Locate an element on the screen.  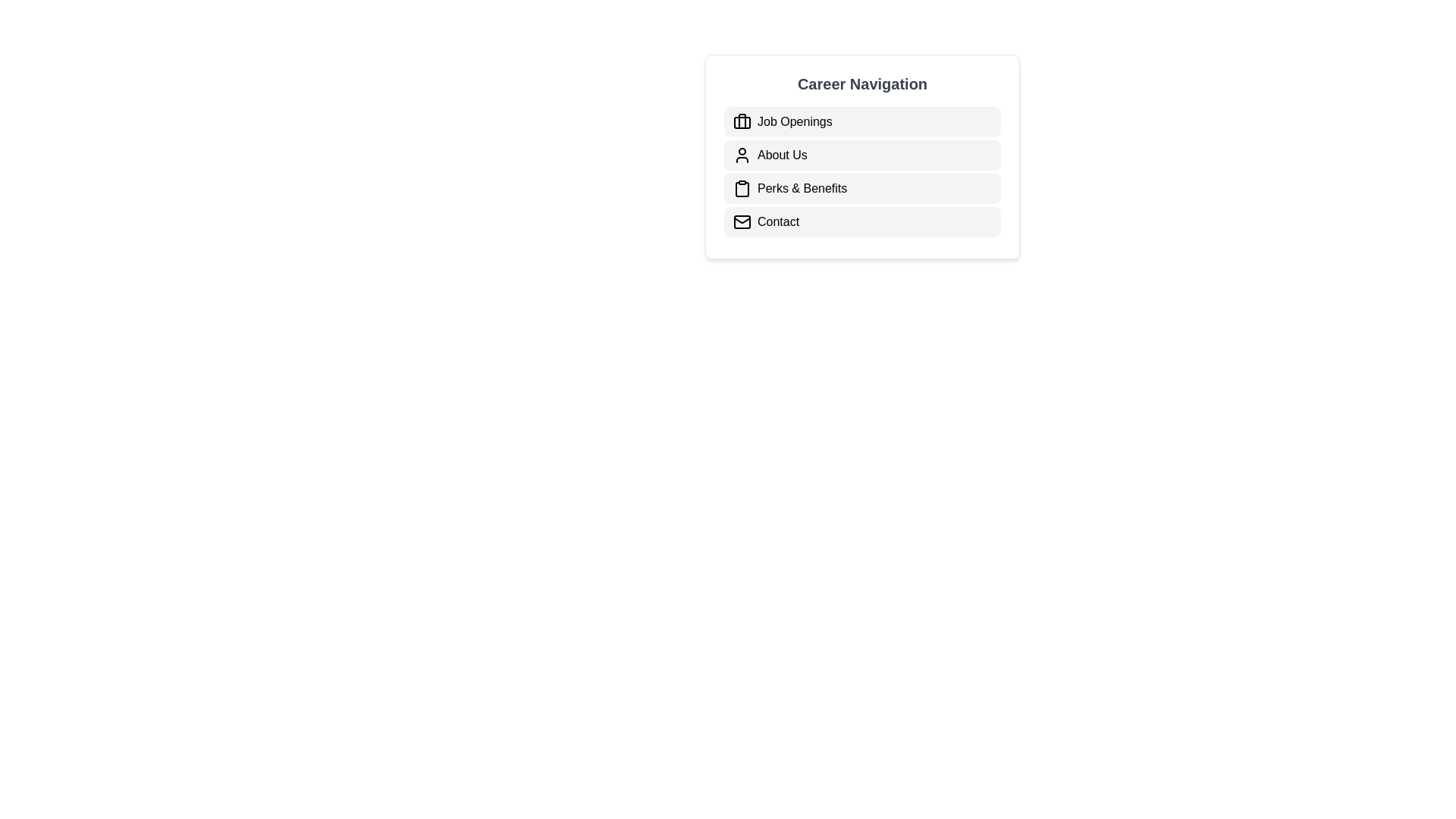
the rectangular shape inside the briefcase icon representing 'Job Openings' in the 'Career Navigation' menu is located at coordinates (742, 122).